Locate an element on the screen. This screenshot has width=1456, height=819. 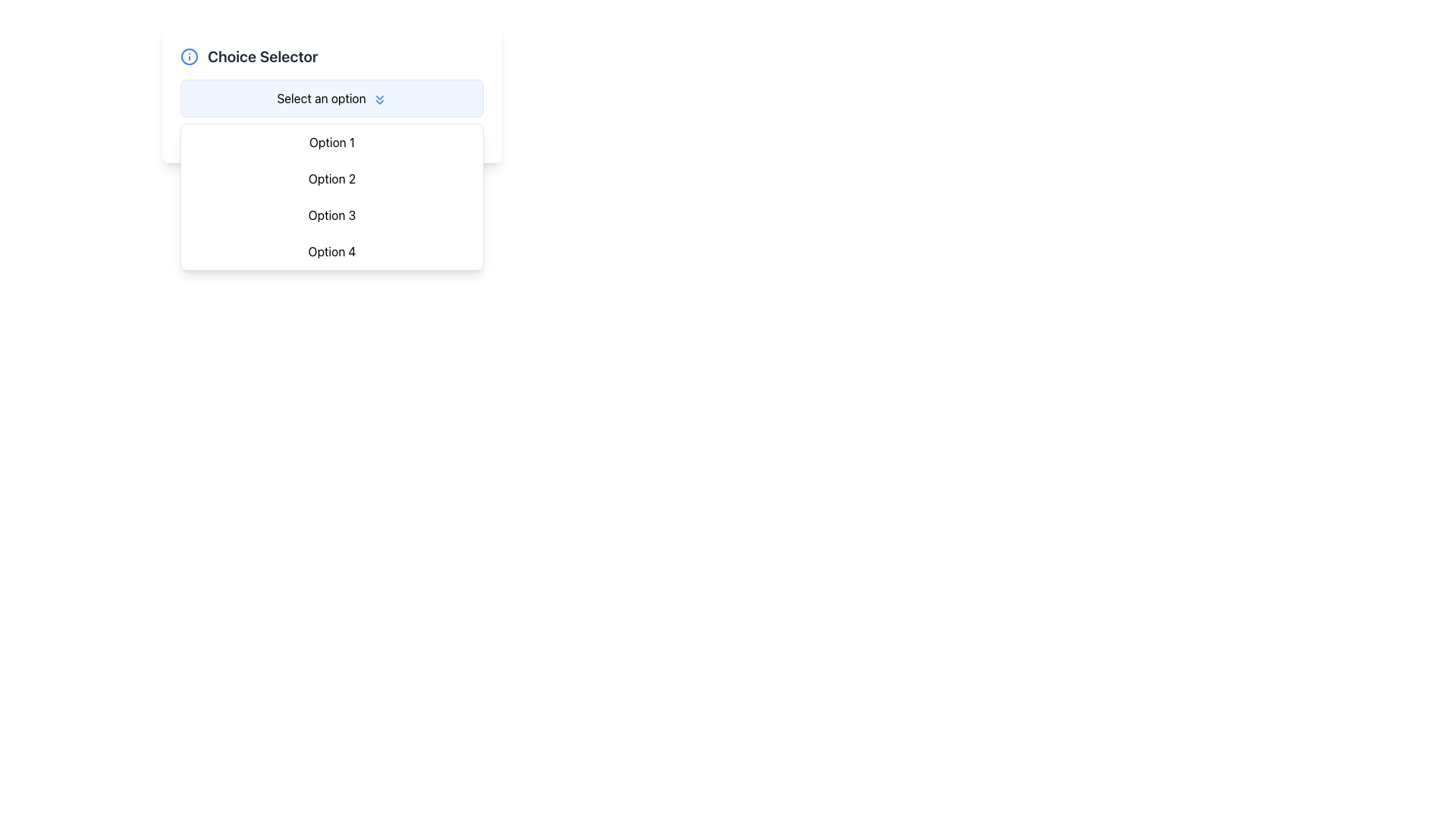
the Dropdown menu located in the 'Choice Selector' section is located at coordinates (331, 99).